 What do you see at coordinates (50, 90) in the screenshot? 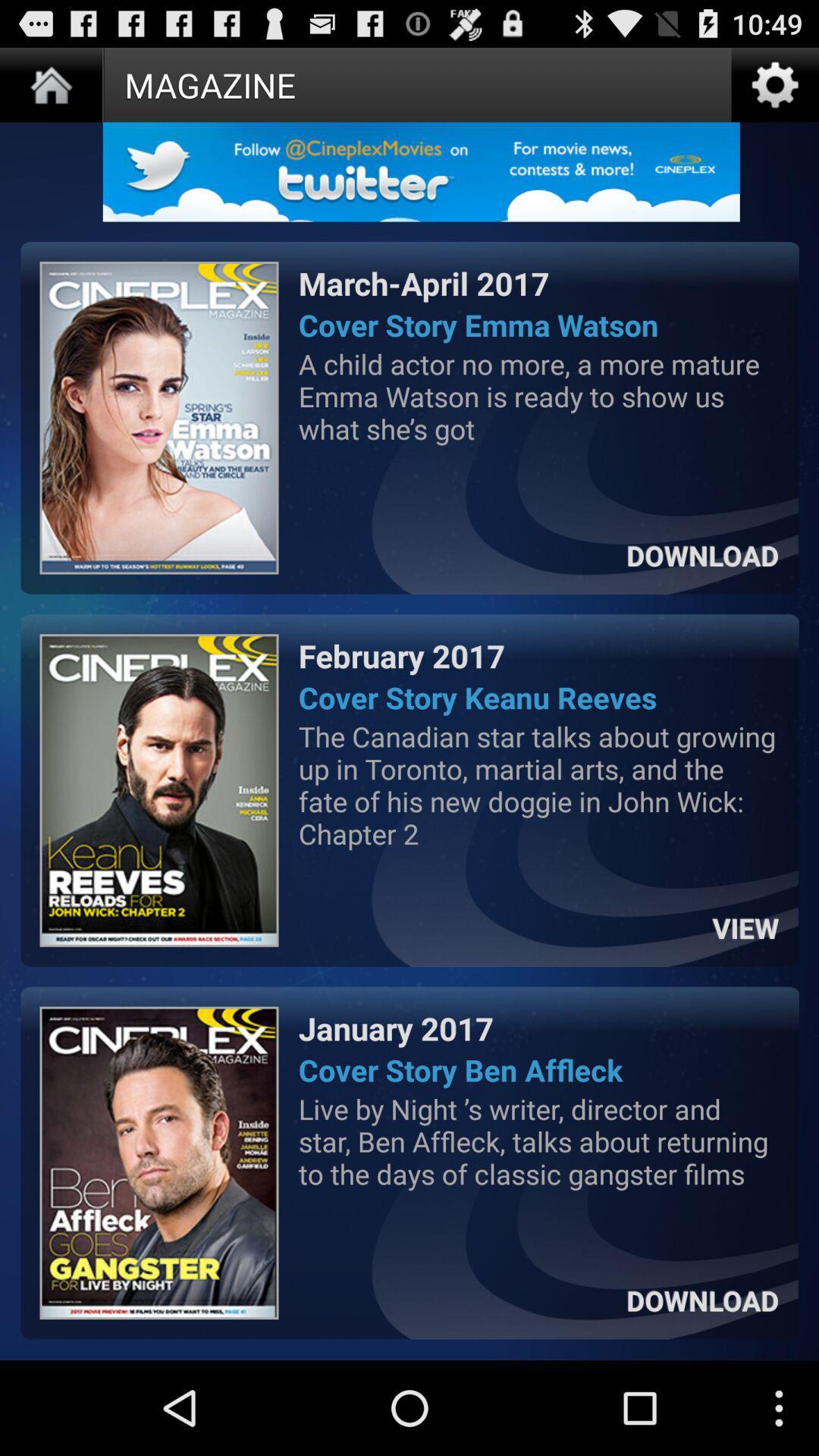
I see `the home icon` at bounding box center [50, 90].